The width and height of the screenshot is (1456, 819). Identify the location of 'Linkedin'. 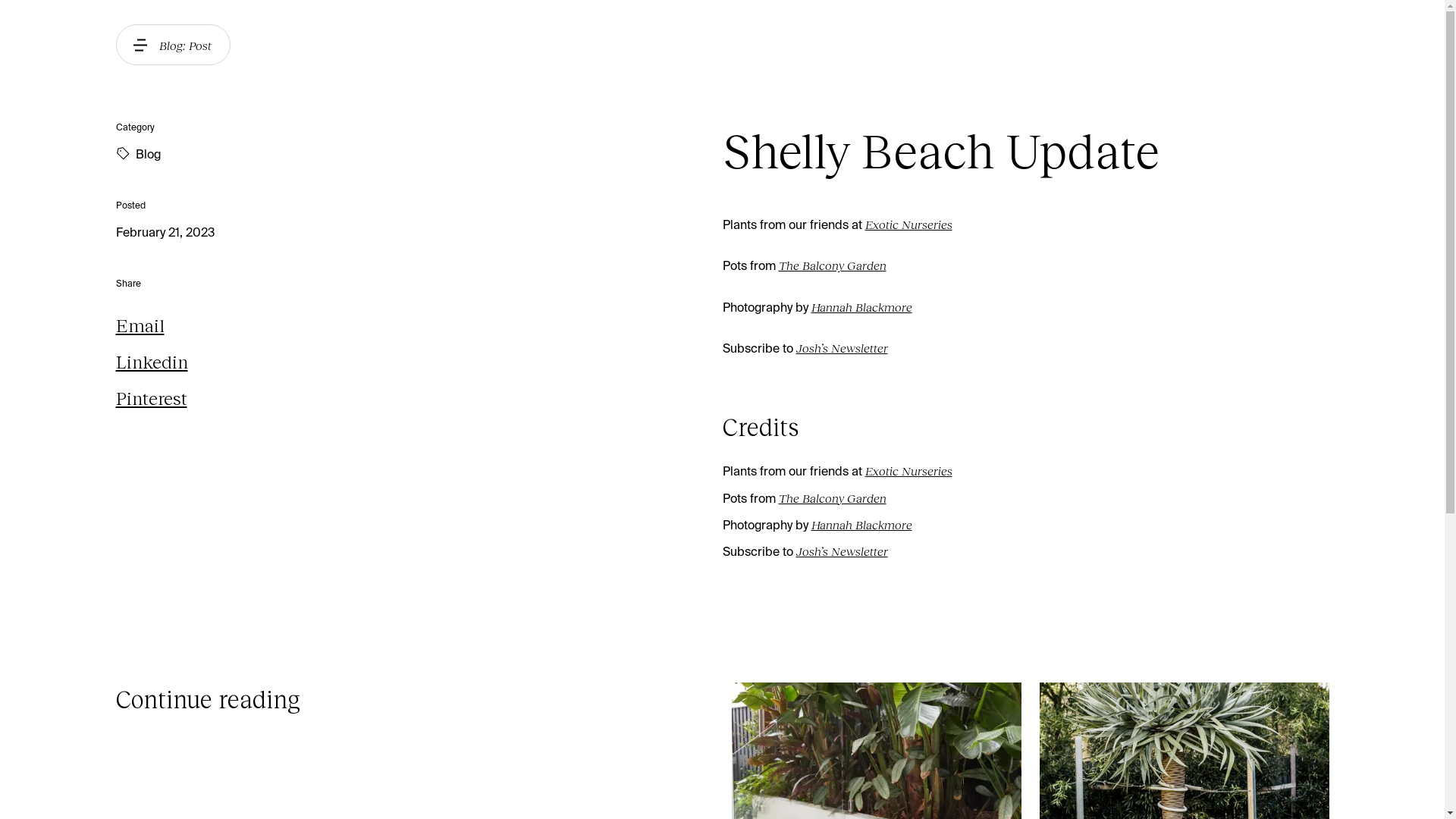
(419, 362).